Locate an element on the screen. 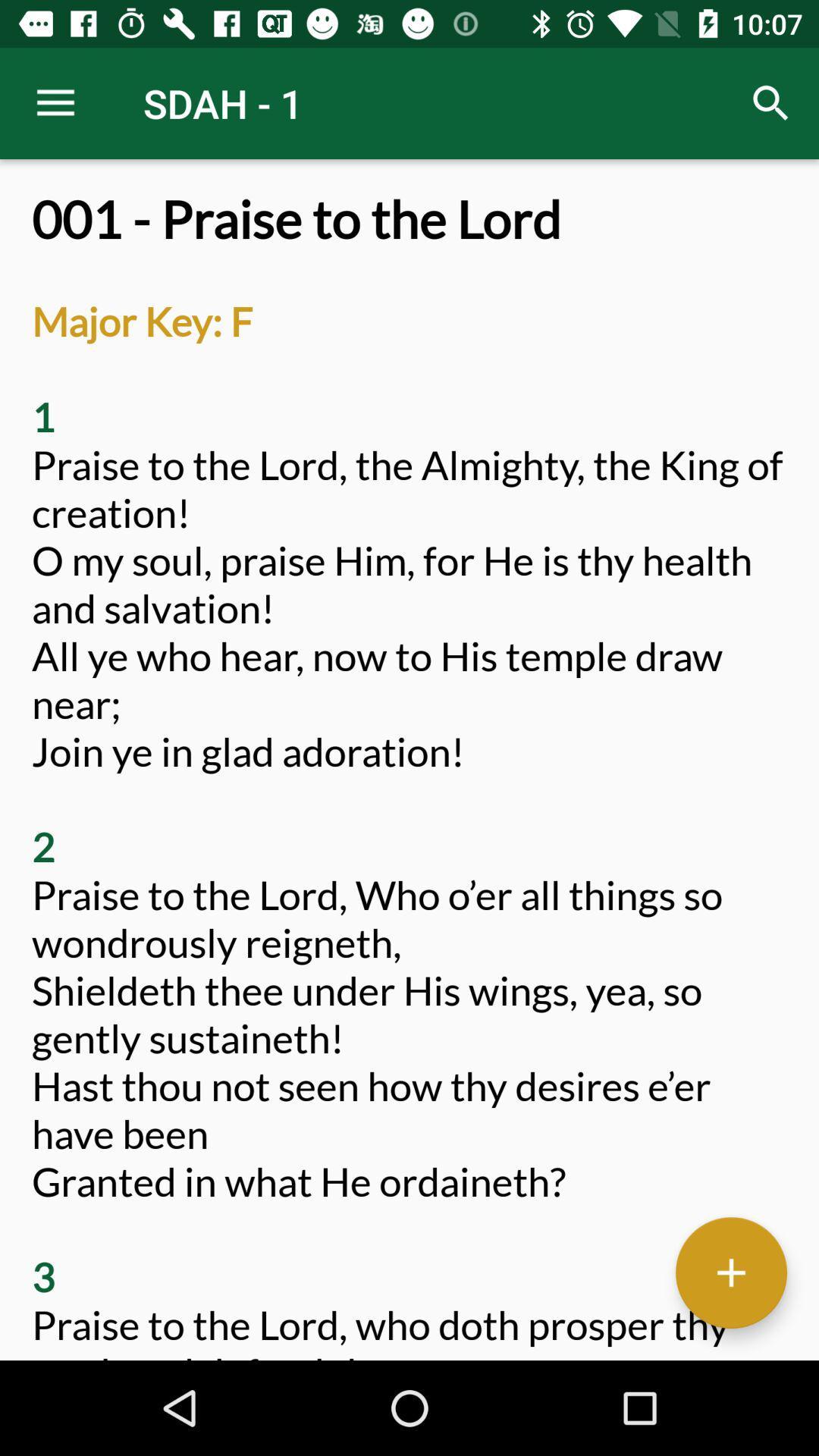 This screenshot has width=819, height=1456. the icon to the right of the sdah - 1 is located at coordinates (771, 102).